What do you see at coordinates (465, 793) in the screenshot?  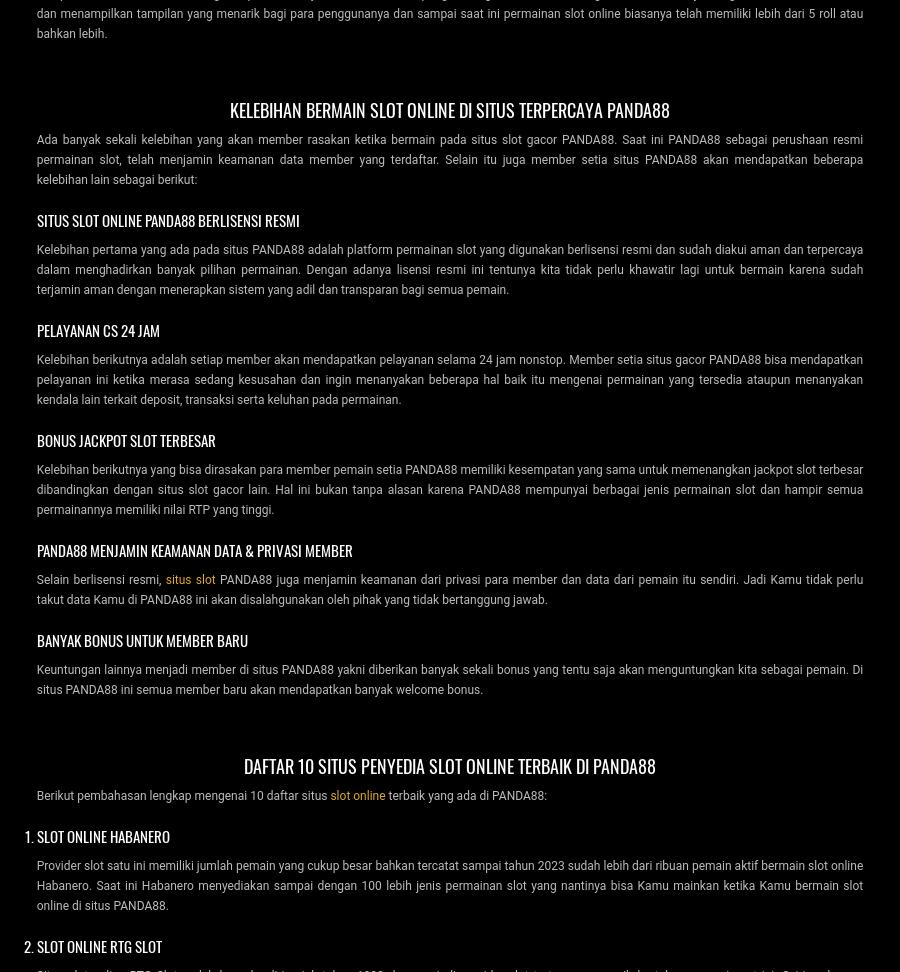 I see `'terbaik yang ada di PANDA88:'` at bounding box center [465, 793].